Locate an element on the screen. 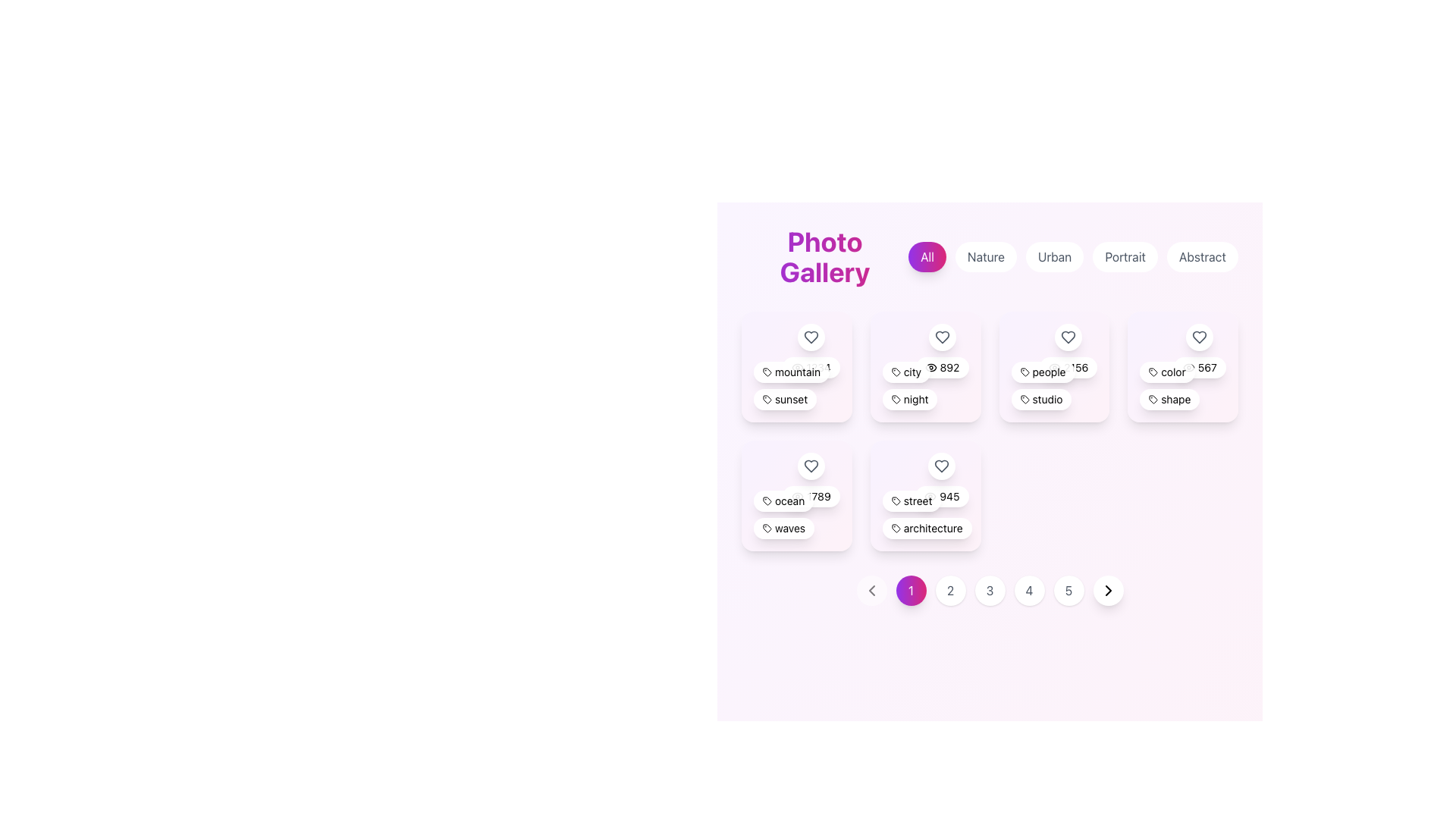  the heart-shaped icon button located in the top-right corner of the third grid card in the second row of the gallery layout is located at coordinates (811, 465).